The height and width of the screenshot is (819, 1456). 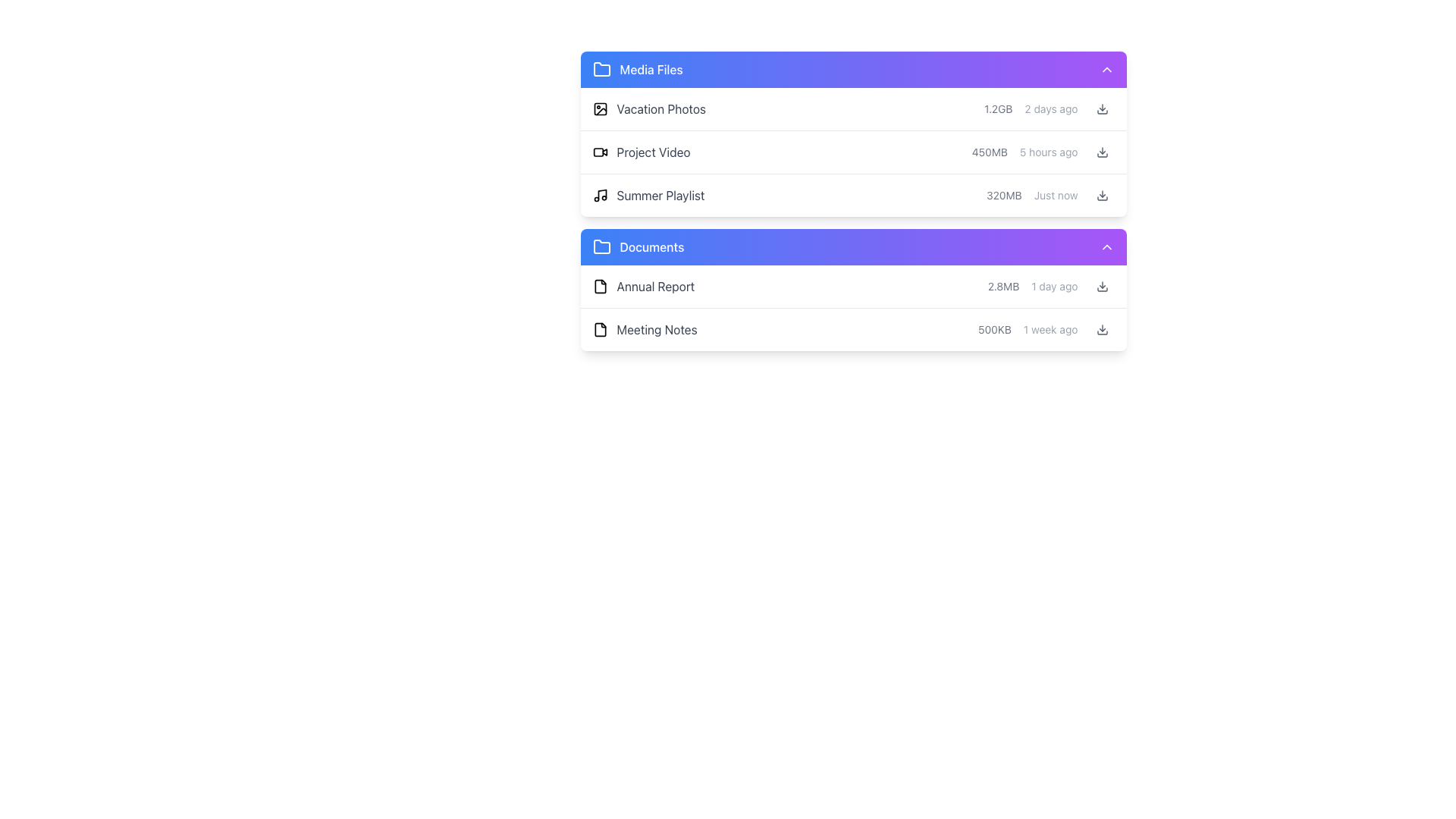 What do you see at coordinates (1004, 195) in the screenshot?
I see `text label indicating the file size of the 'Summer Playlist' item, which is positioned towards the right end near the 'Just now' timestamp` at bounding box center [1004, 195].